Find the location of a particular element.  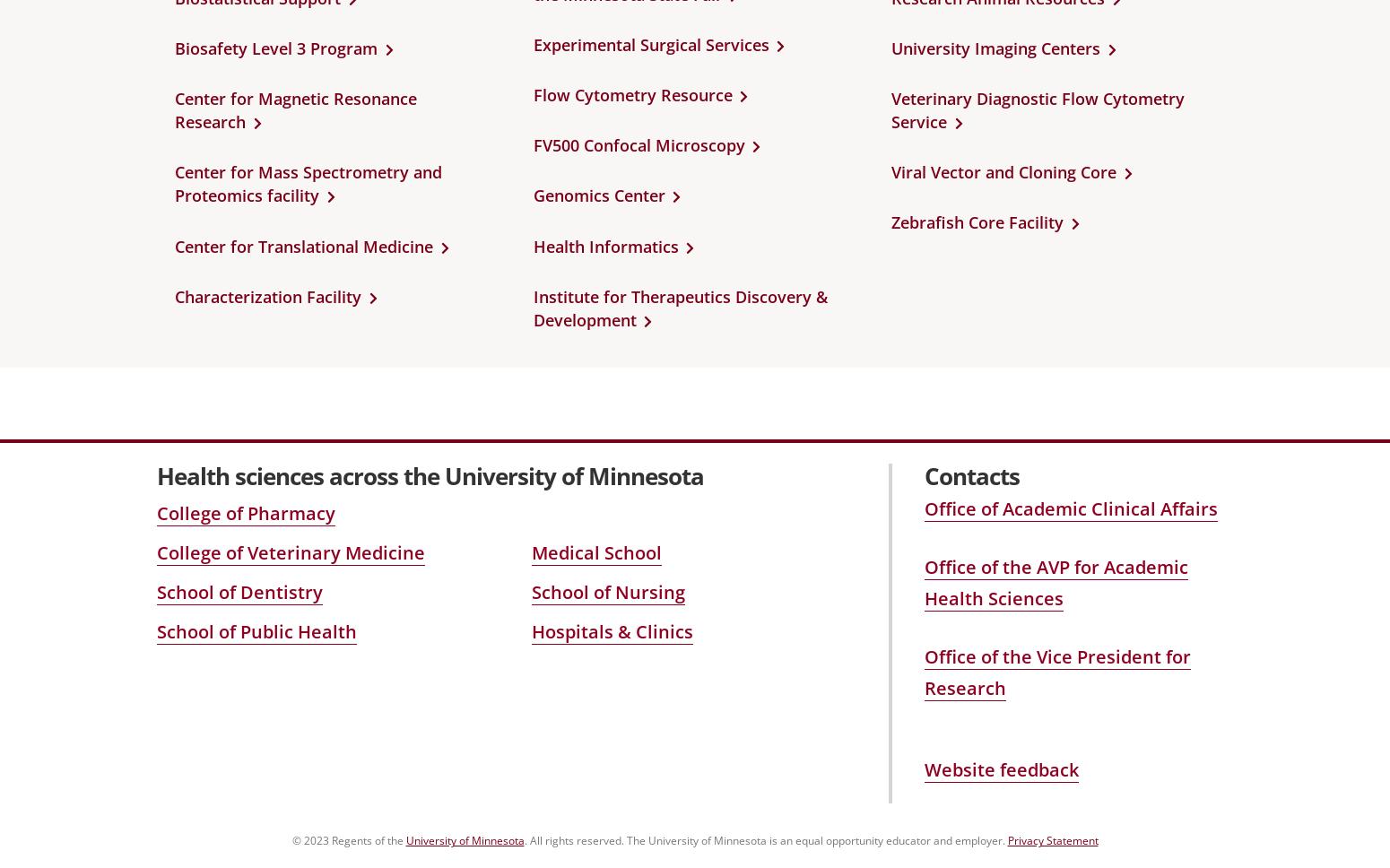

'FV500 Confocal Microscopy' is located at coordinates (532, 145).